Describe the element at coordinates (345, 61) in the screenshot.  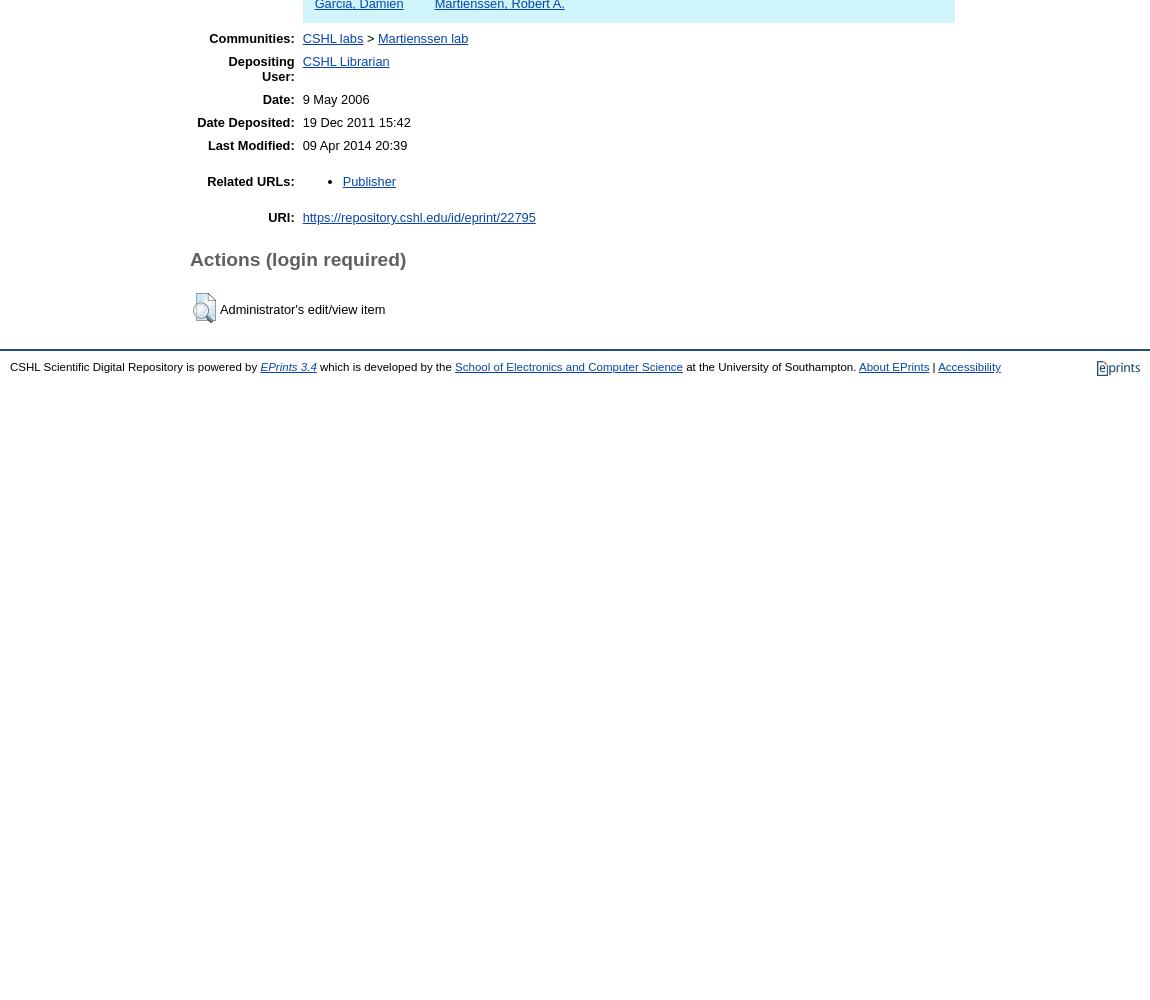
I see `'CSHL Librarian'` at that location.